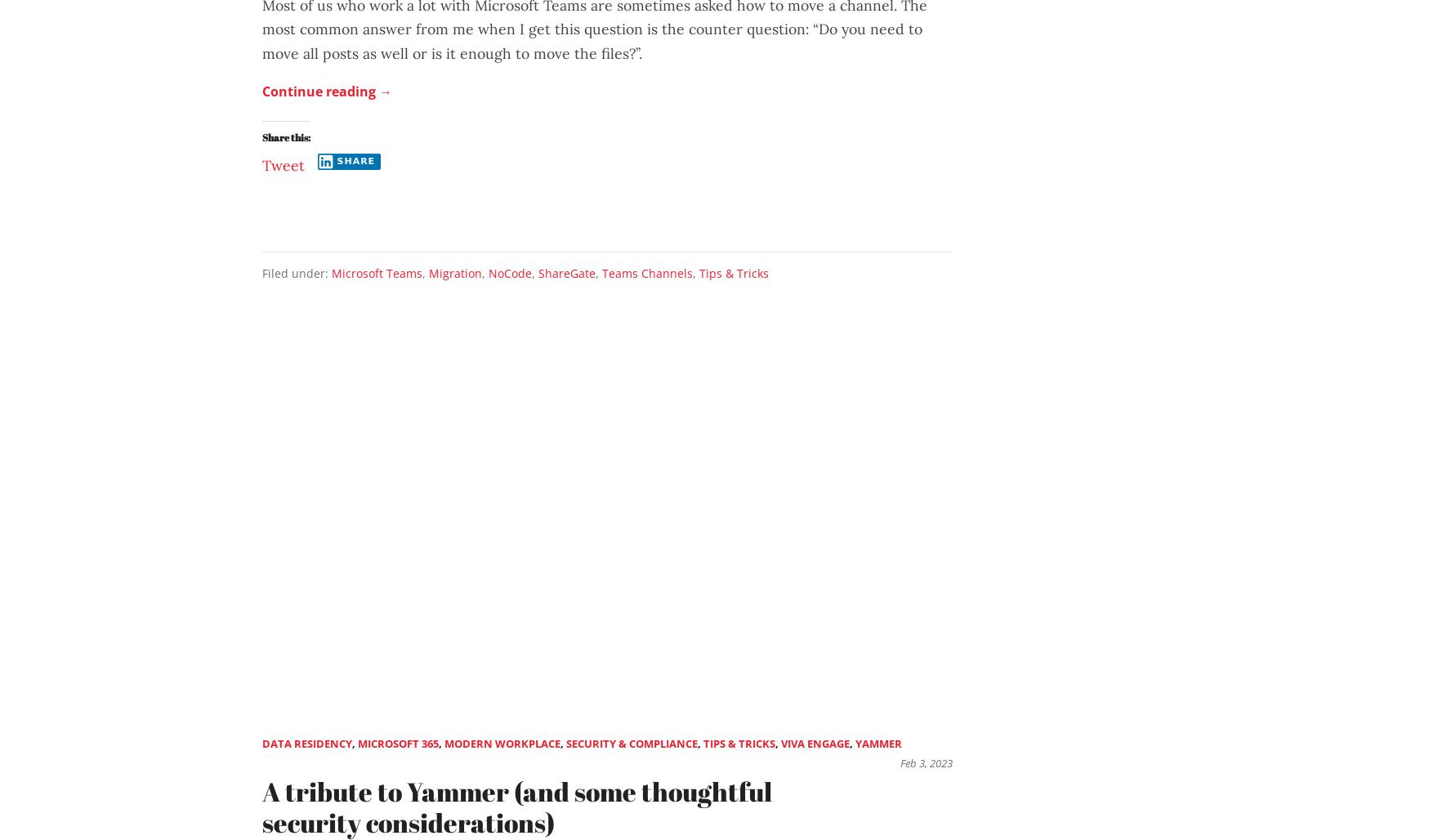  I want to click on 'Data Residency', so click(307, 742).